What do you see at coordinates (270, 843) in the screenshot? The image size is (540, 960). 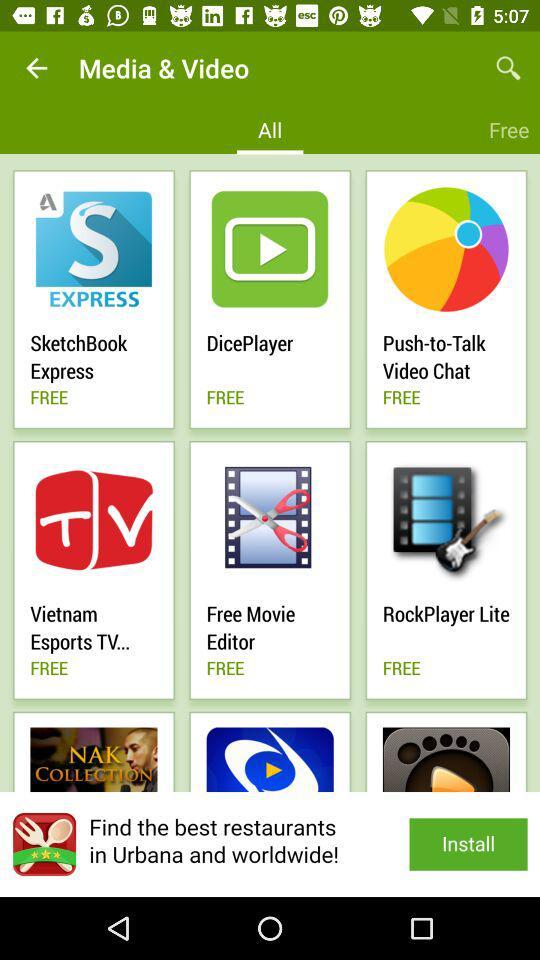 I see `install a new app` at bounding box center [270, 843].